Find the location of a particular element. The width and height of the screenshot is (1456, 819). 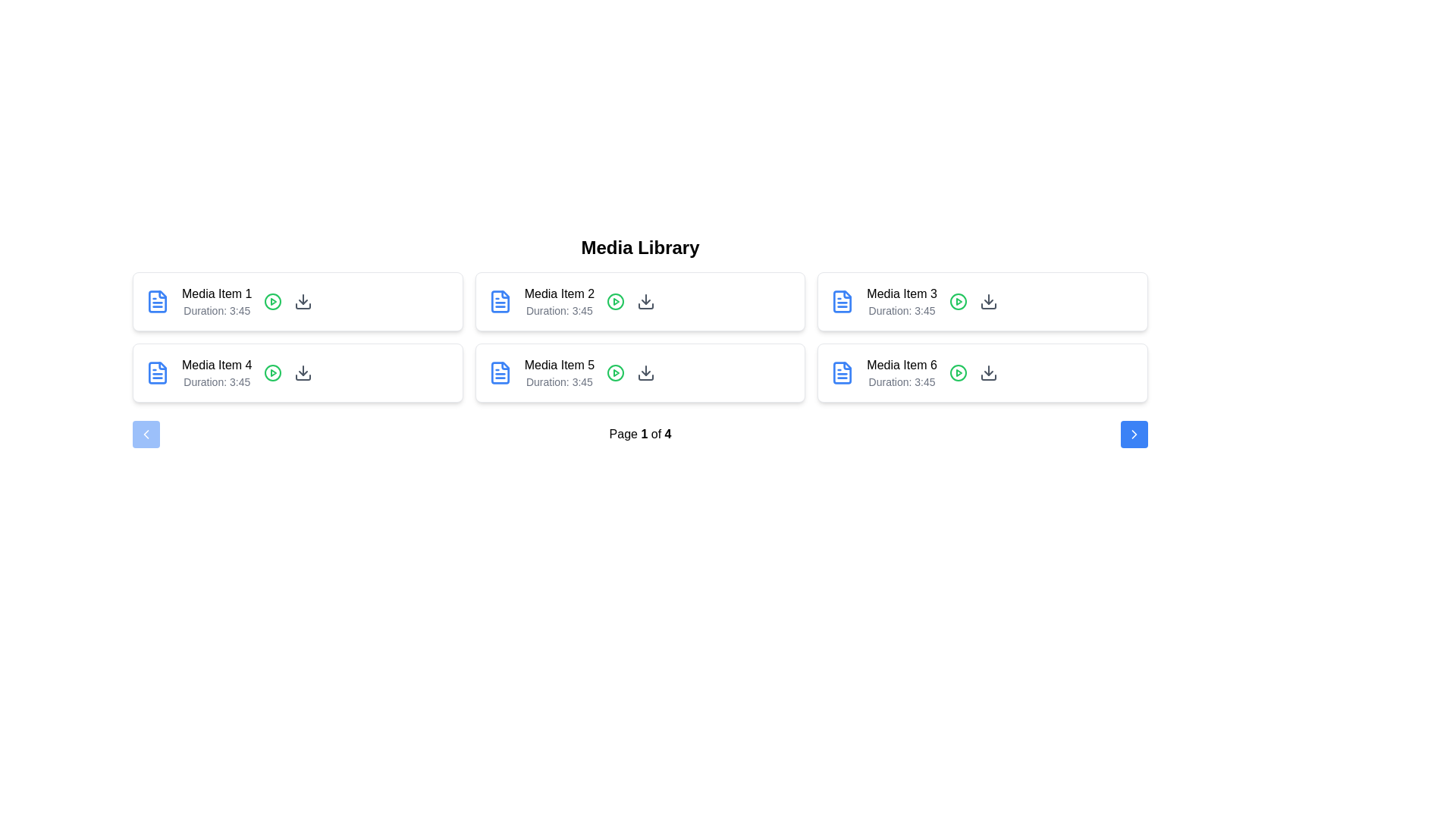

the file or document icon in the top-left corner of the card labeled 'Media Item 6' in the media library interface is located at coordinates (842, 373).